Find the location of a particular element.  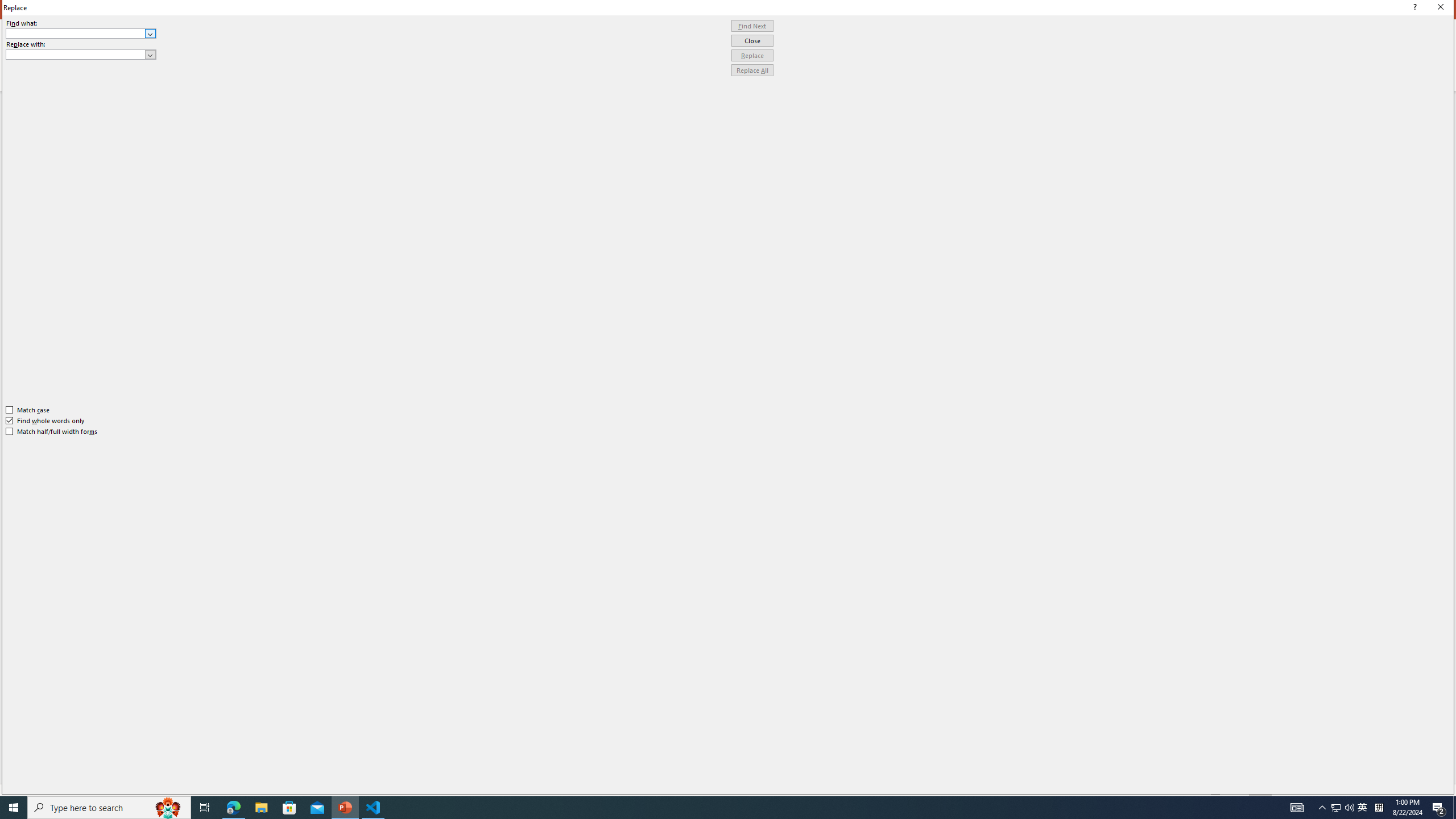

'Match half/full width forms' is located at coordinates (52, 431).